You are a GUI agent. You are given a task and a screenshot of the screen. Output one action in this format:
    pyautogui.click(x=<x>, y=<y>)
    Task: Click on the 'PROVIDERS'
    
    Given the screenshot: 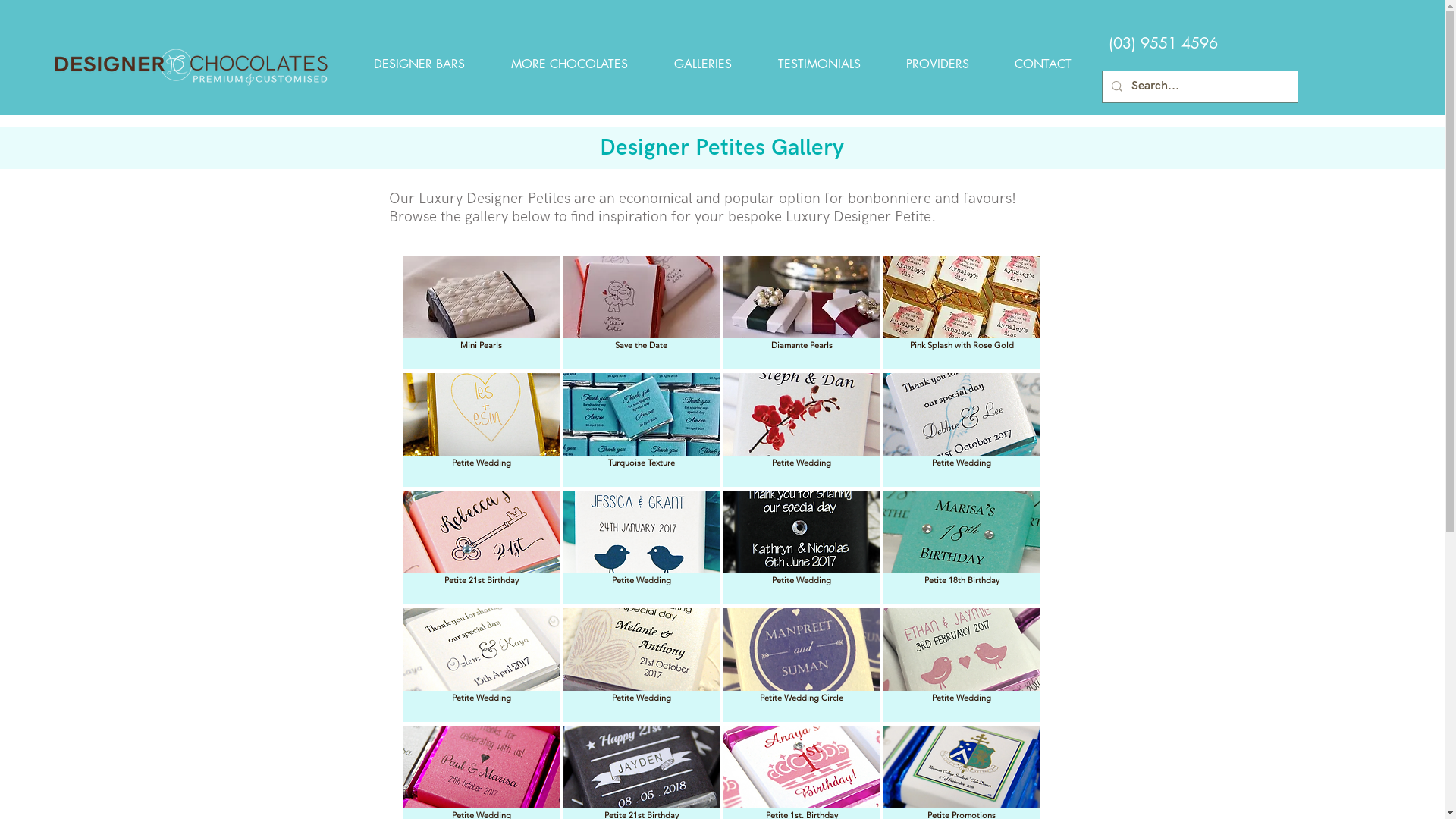 What is the action you would take?
    pyautogui.click(x=936, y=63)
    